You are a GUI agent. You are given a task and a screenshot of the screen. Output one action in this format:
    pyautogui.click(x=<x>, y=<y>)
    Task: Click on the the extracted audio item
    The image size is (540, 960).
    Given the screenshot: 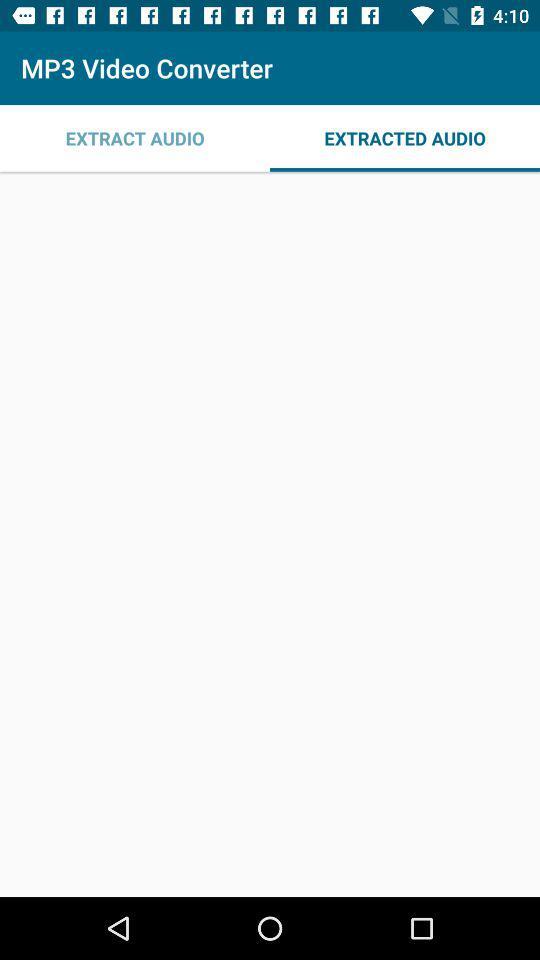 What is the action you would take?
    pyautogui.click(x=405, y=137)
    